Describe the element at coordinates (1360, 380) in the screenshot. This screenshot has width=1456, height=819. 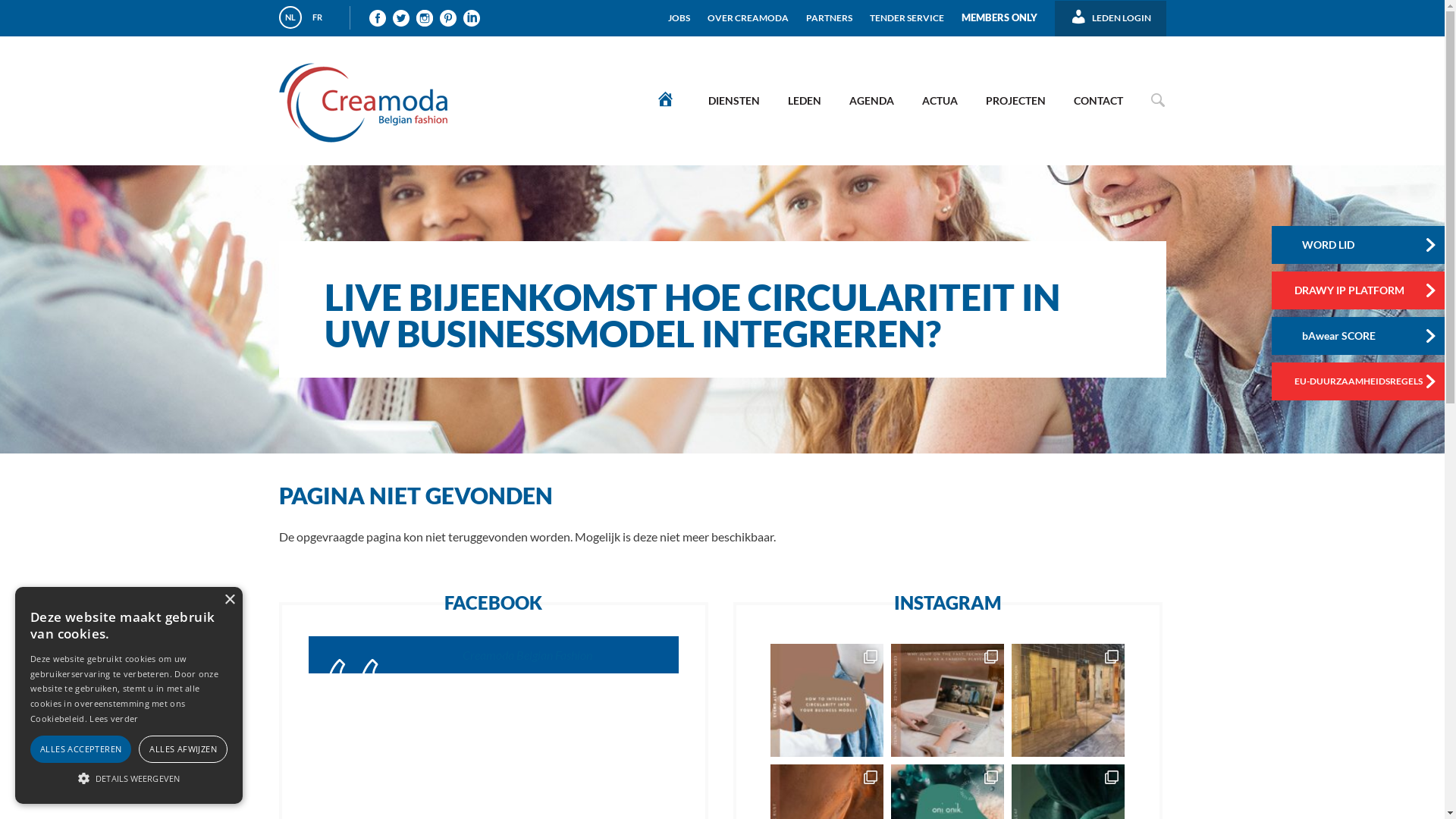
I see `'EU-DUURZAAMHEIDSREGELS'` at that location.